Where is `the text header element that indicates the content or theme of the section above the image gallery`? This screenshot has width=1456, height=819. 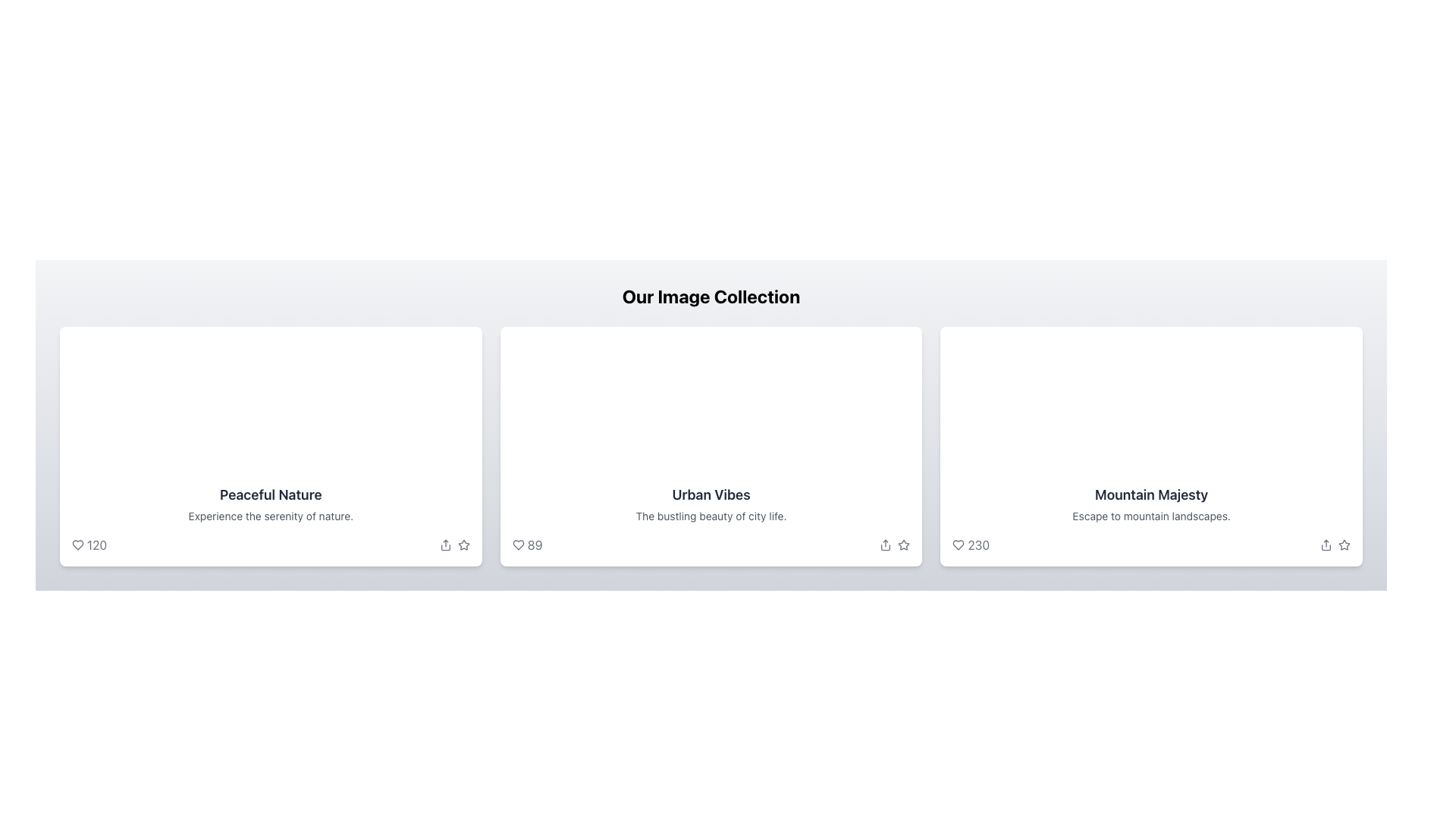
the text header element that indicates the content or theme of the section above the image gallery is located at coordinates (710, 296).